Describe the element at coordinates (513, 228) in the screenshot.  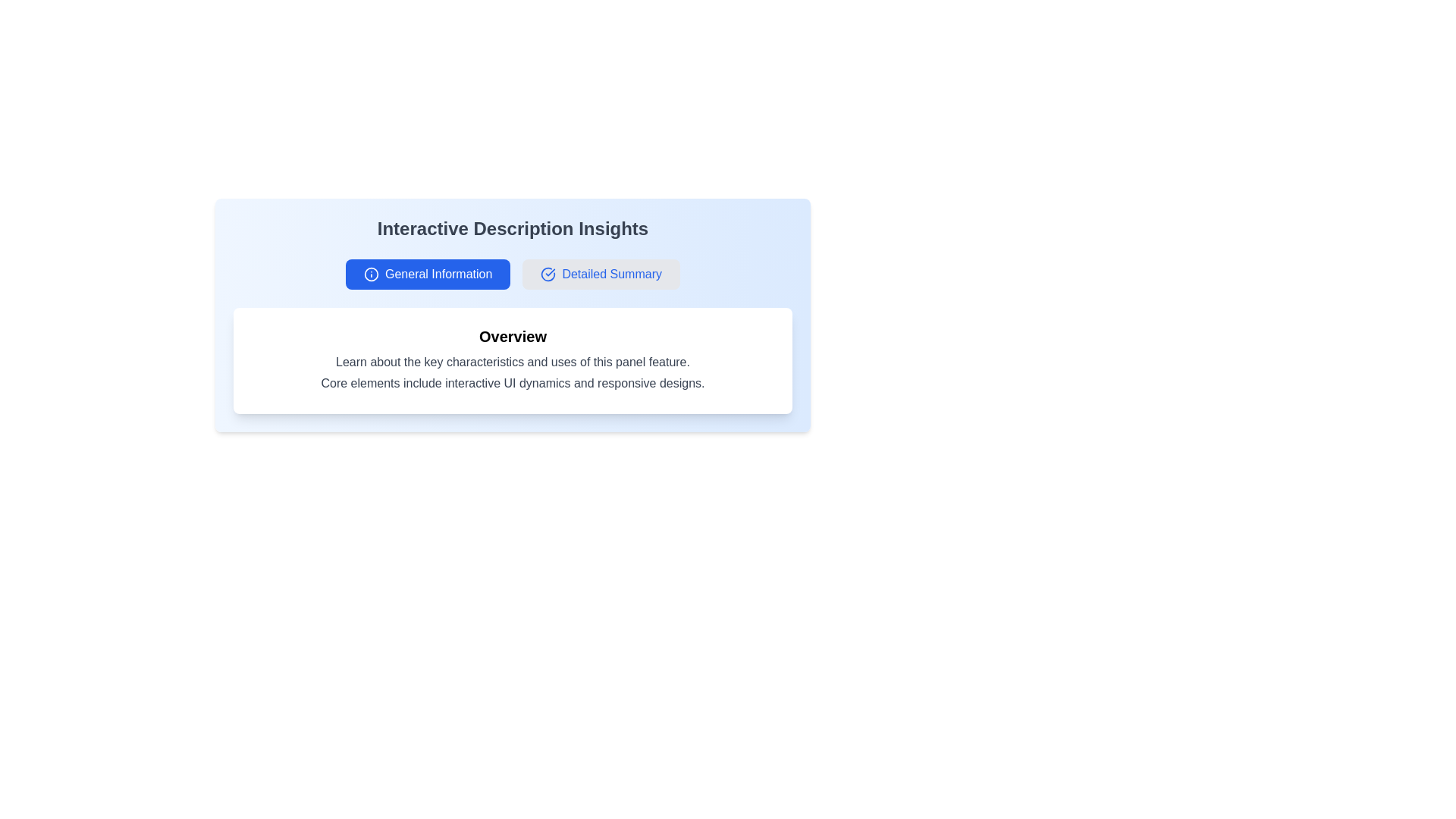
I see `text label heading 'Interactive Description Insights' to understand the section's context` at that location.